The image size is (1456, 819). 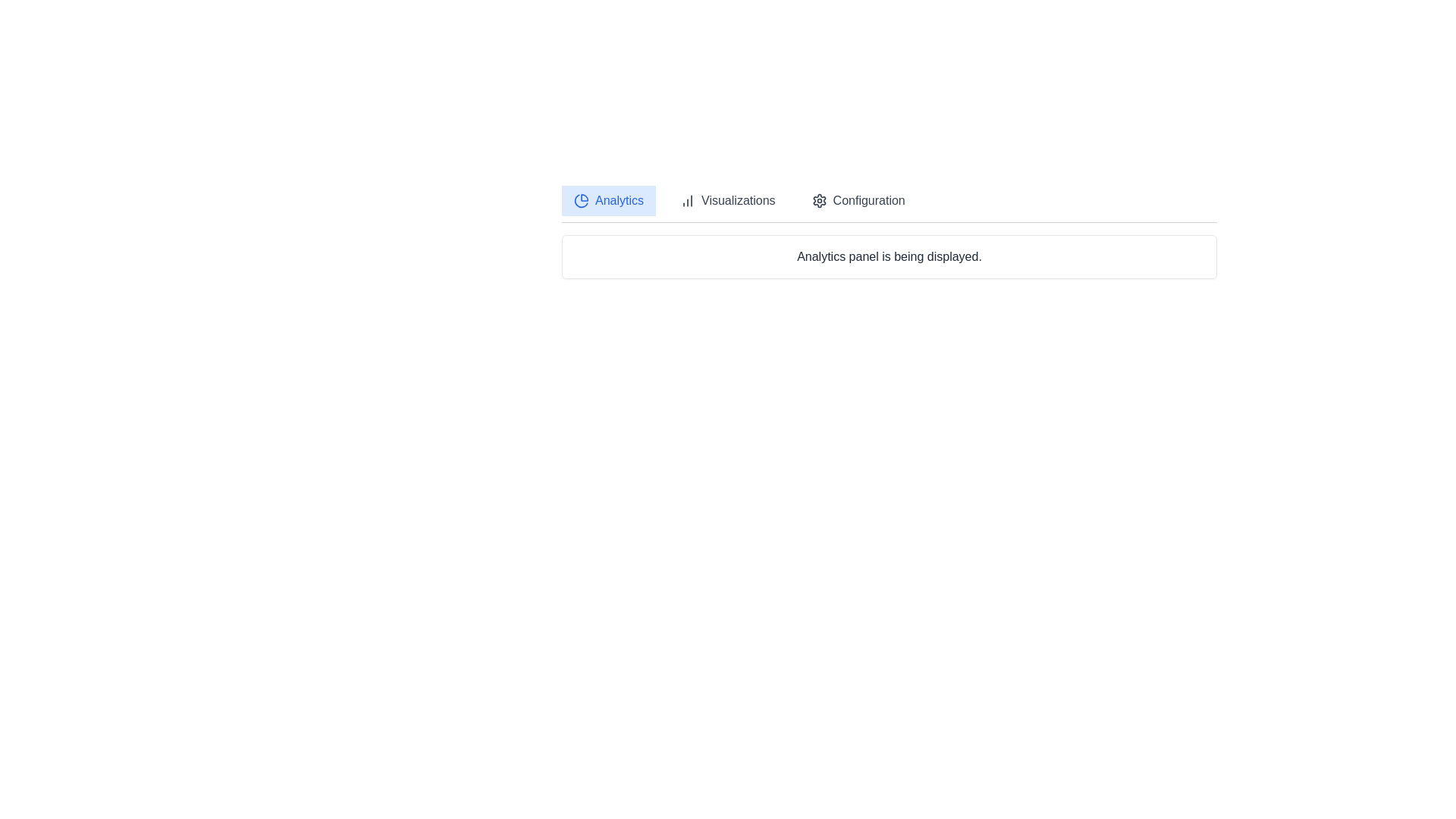 I want to click on the Analytics tab by clicking on its corresponding button, so click(x=608, y=200).